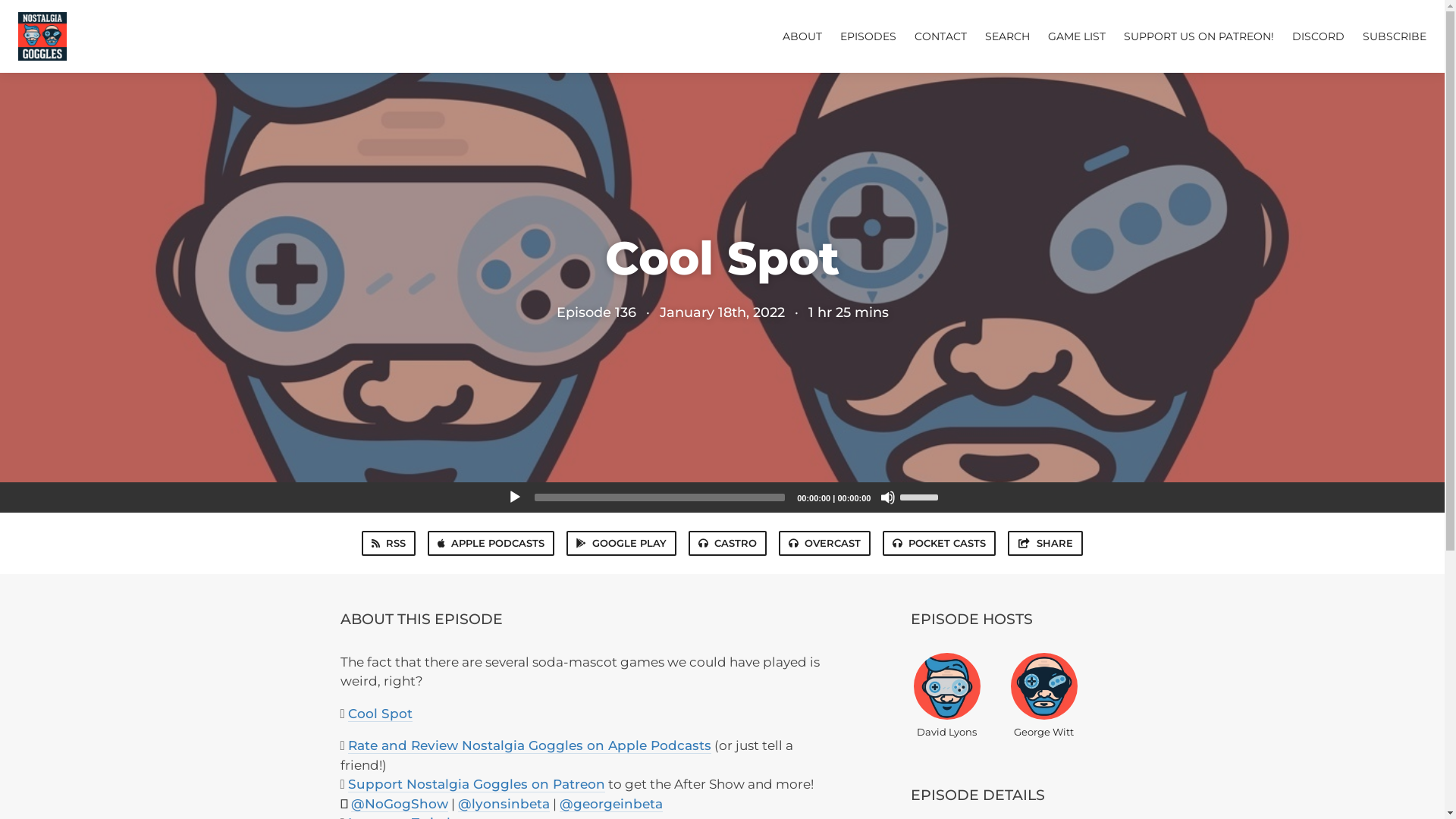 The image size is (1456, 819). Describe the element at coordinates (347, 713) in the screenshot. I see `'Cool Spot'` at that location.